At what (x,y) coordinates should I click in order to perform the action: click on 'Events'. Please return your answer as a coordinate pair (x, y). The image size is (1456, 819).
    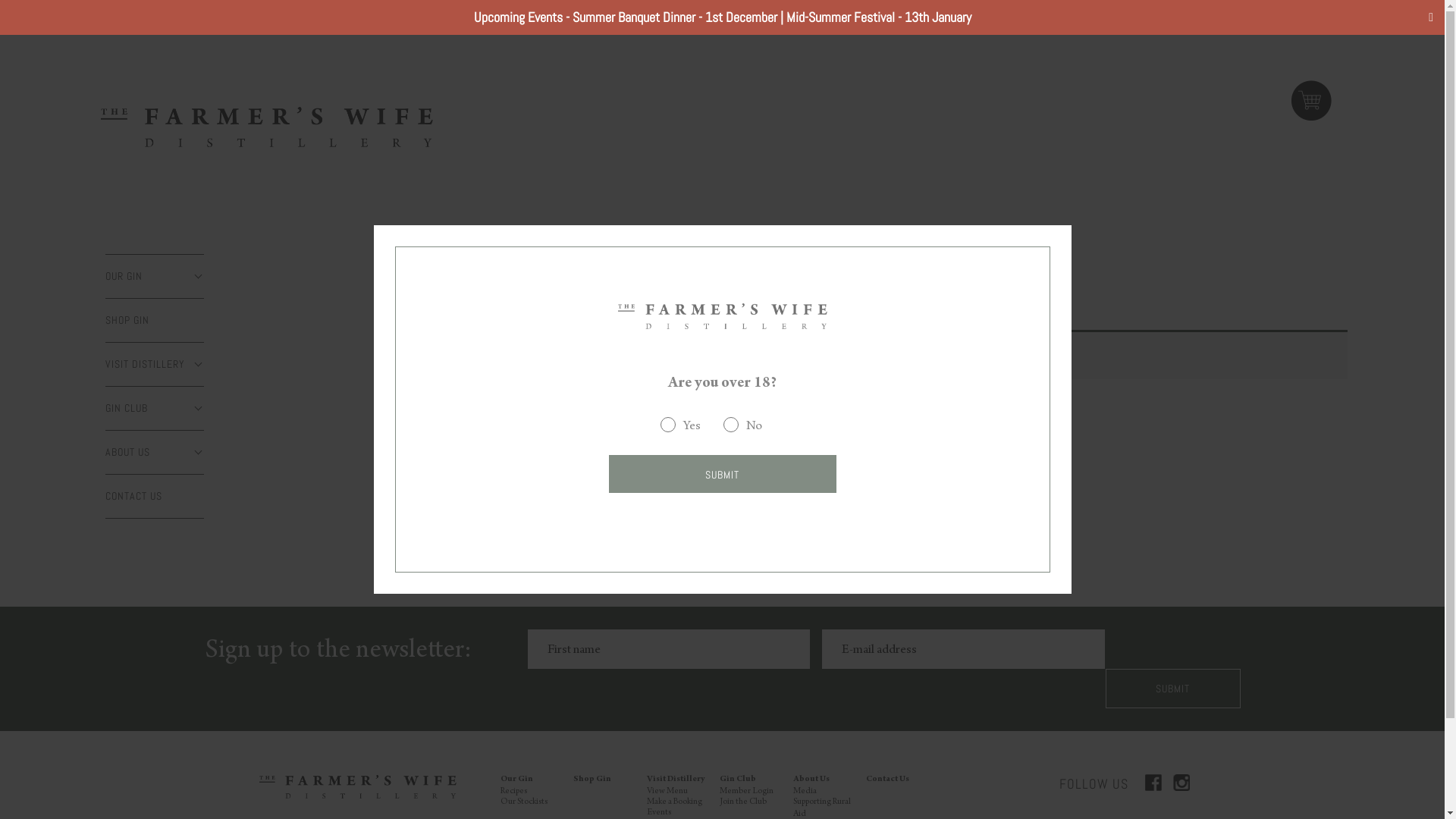
    Looking at the image, I should click on (658, 812).